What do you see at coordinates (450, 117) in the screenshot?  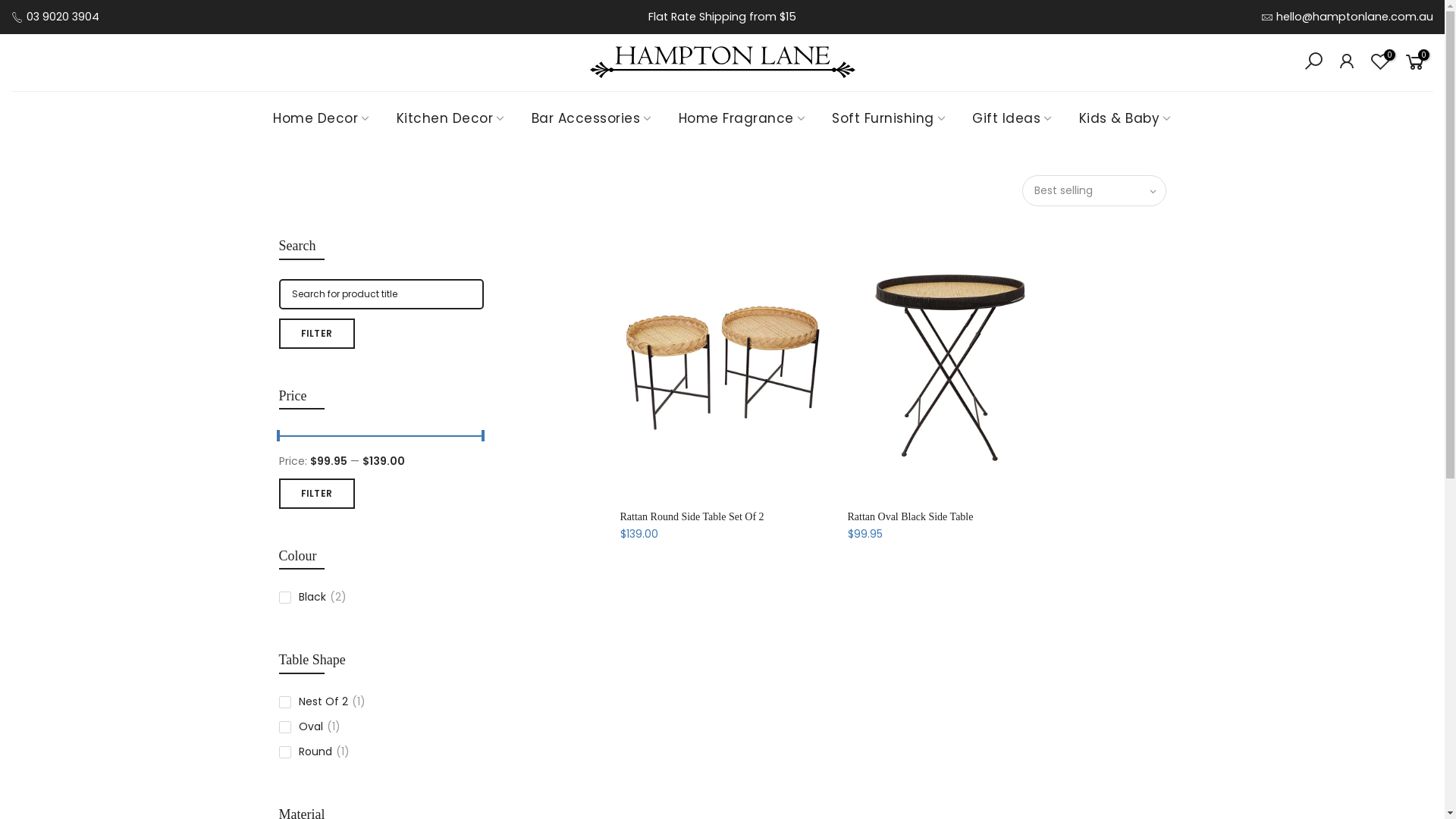 I see `'Kitchen Decor'` at bounding box center [450, 117].